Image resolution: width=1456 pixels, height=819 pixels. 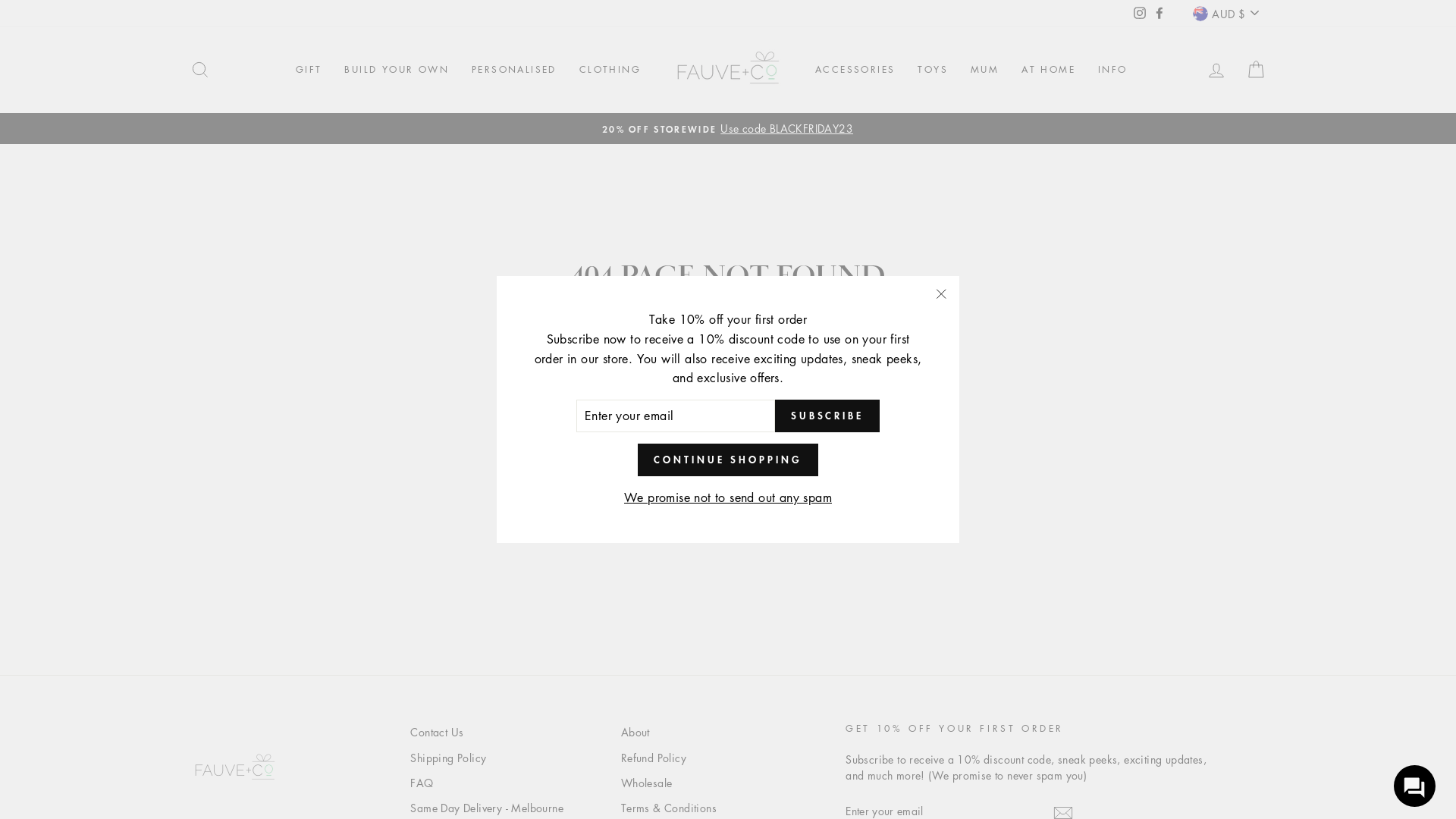 I want to click on 'BUILD YOUR OWN', so click(x=397, y=70).